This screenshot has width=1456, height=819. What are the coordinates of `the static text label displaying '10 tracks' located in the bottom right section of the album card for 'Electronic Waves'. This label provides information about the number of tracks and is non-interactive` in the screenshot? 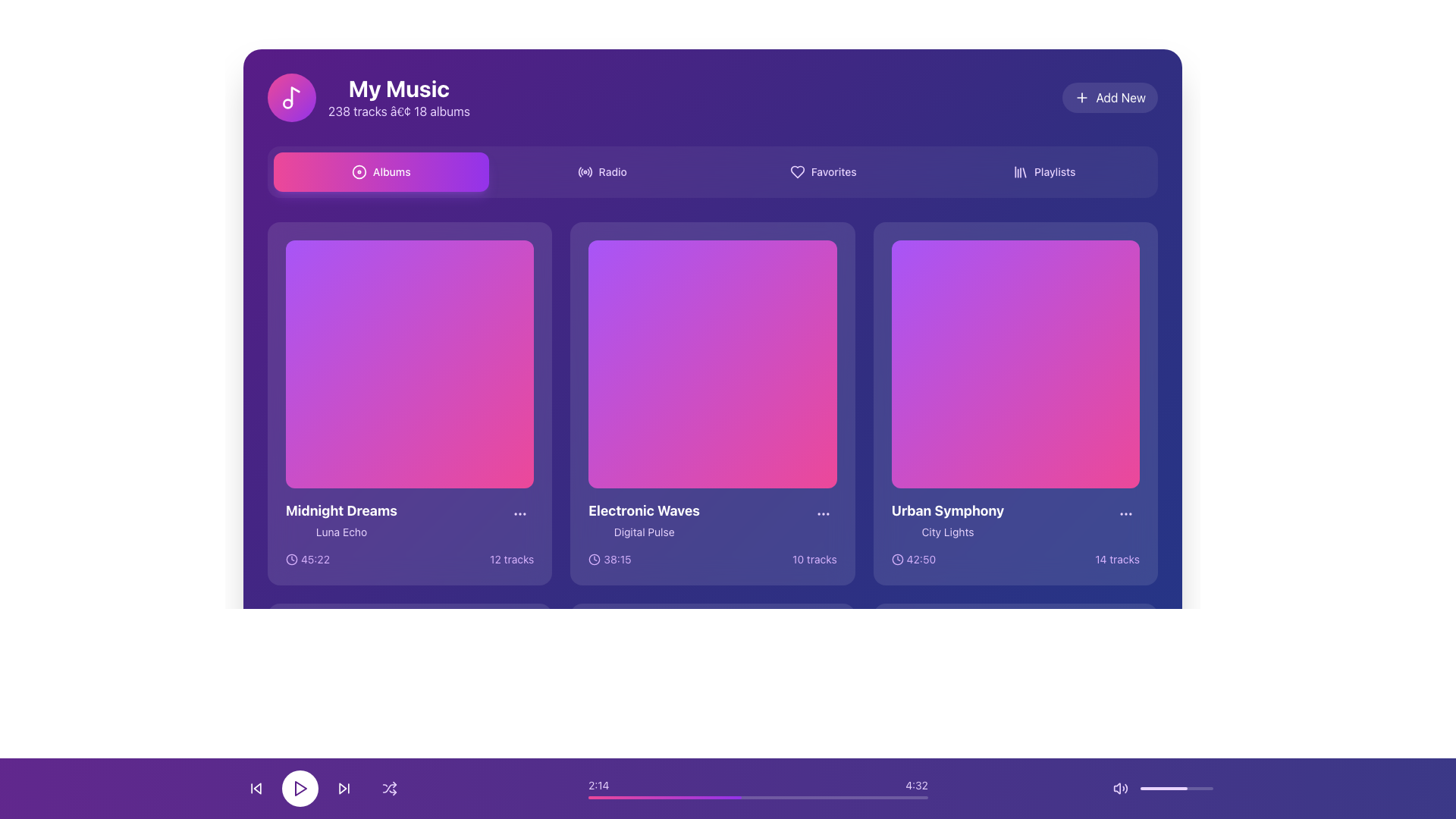 It's located at (814, 560).